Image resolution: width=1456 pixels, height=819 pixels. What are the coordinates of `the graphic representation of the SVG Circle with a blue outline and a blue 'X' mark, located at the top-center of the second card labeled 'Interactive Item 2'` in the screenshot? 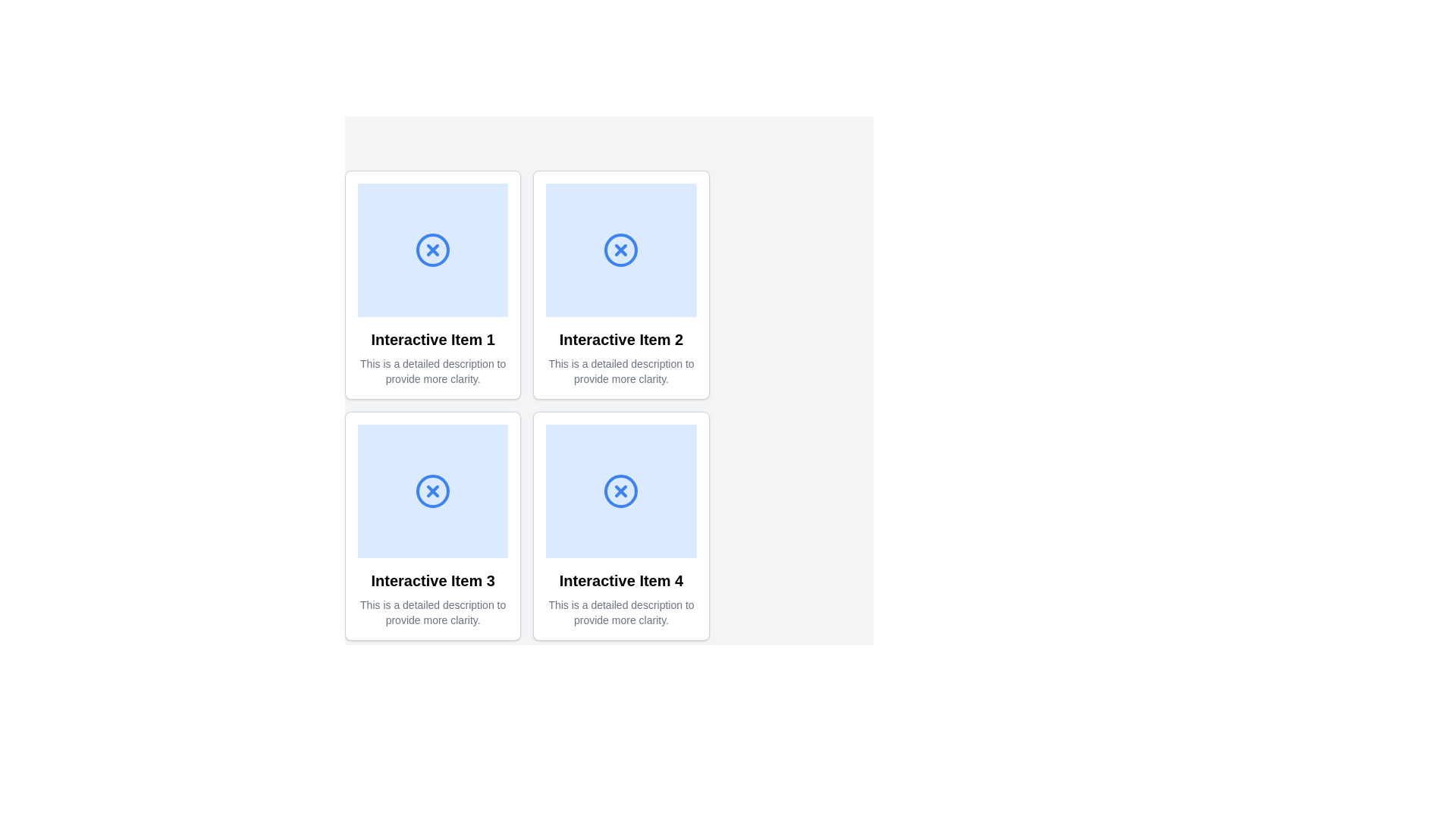 It's located at (621, 249).